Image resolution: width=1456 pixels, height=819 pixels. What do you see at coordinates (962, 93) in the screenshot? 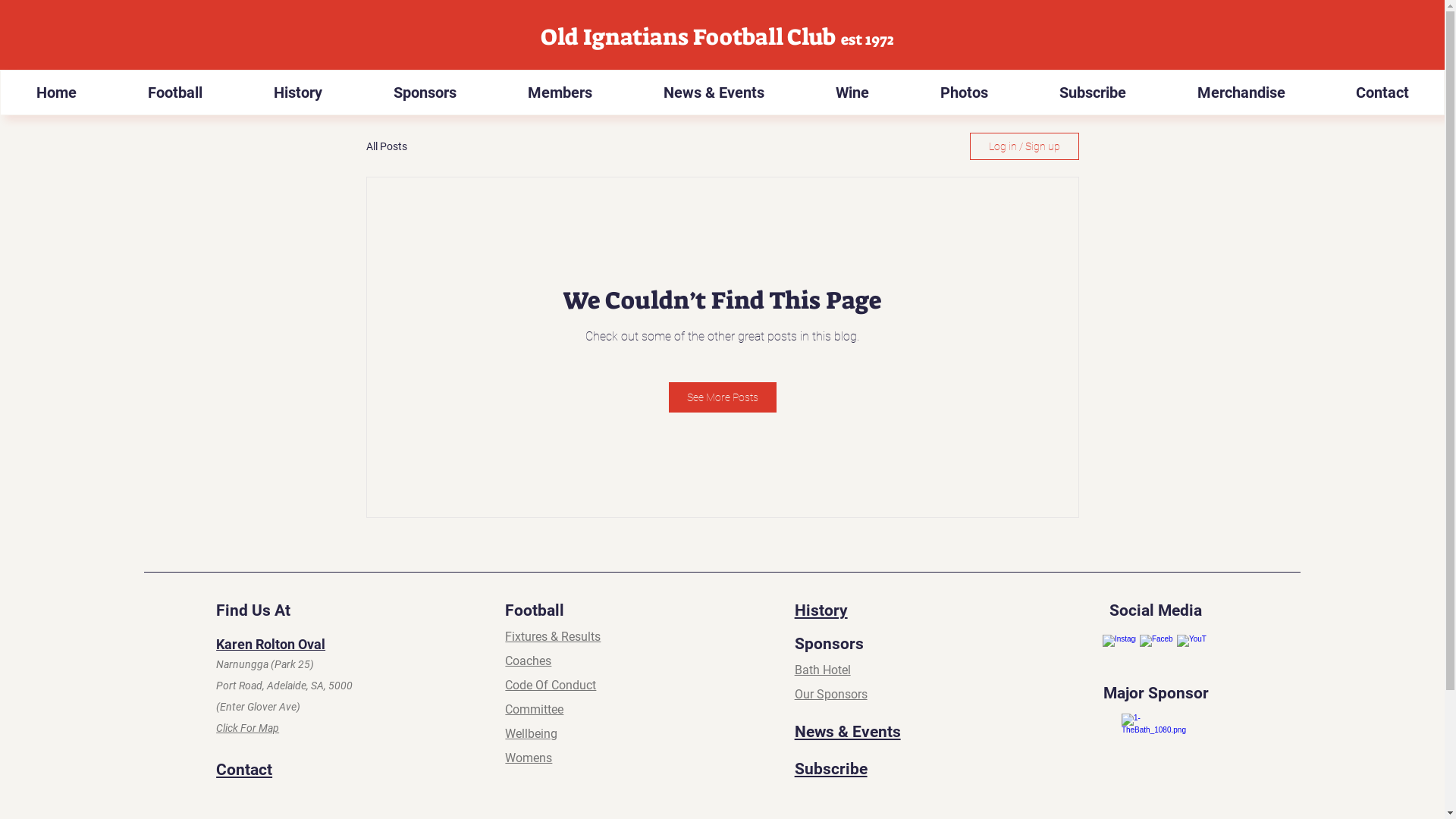
I see `'Photos'` at bounding box center [962, 93].